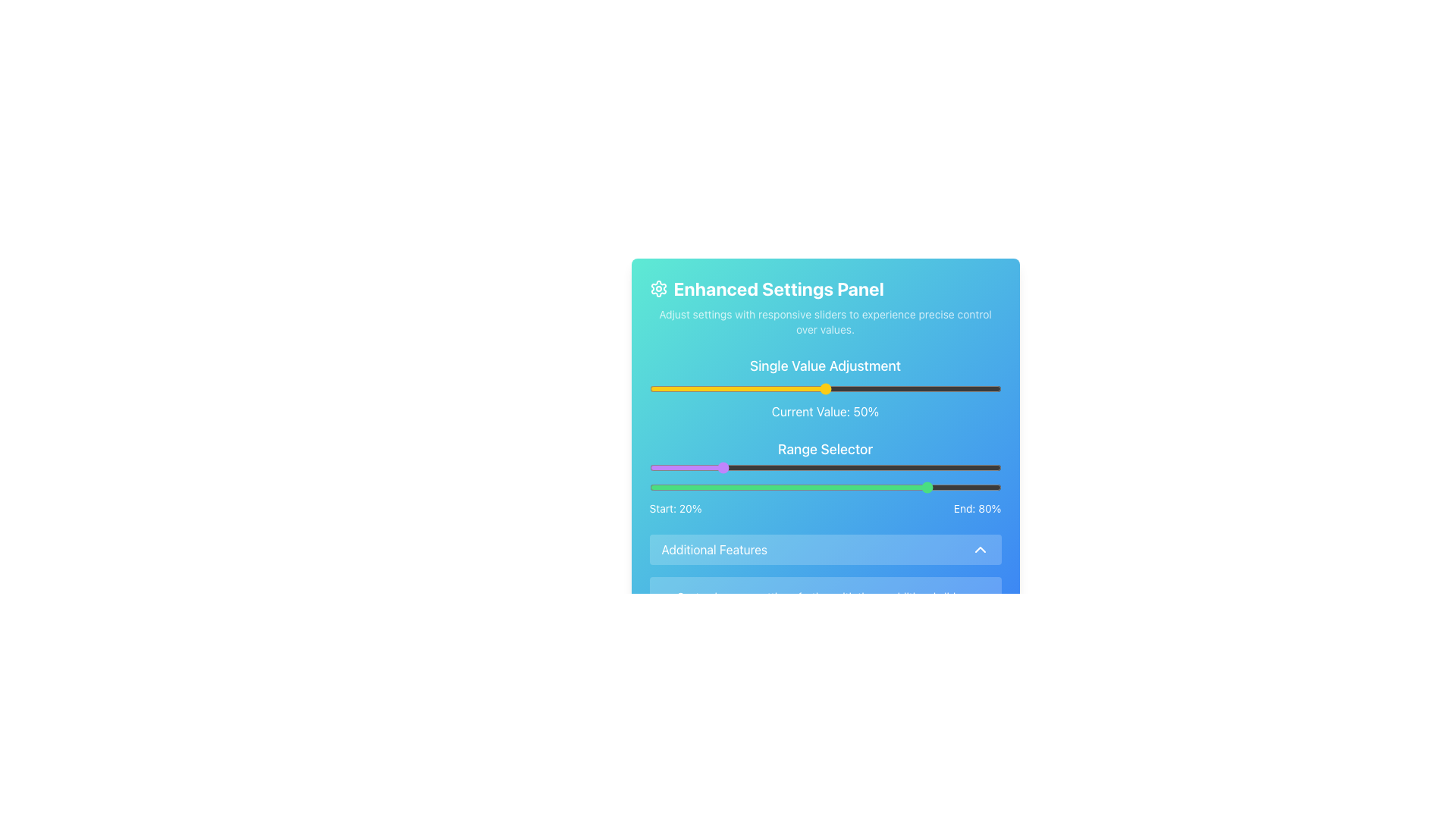 This screenshot has width=1456, height=819. What do you see at coordinates (722, 388) in the screenshot?
I see `the slider` at bounding box center [722, 388].